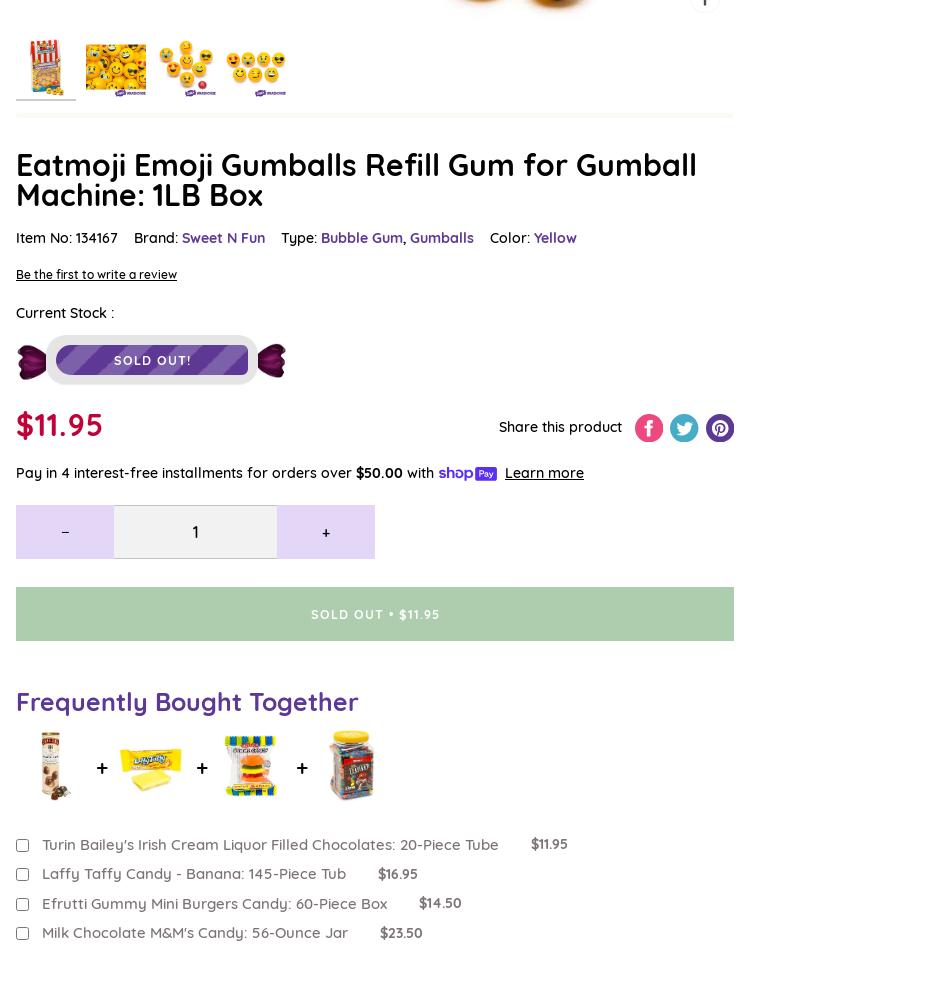 The width and height of the screenshot is (926, 985). I want to click on 'Kosher Candy', so click(15, 290).